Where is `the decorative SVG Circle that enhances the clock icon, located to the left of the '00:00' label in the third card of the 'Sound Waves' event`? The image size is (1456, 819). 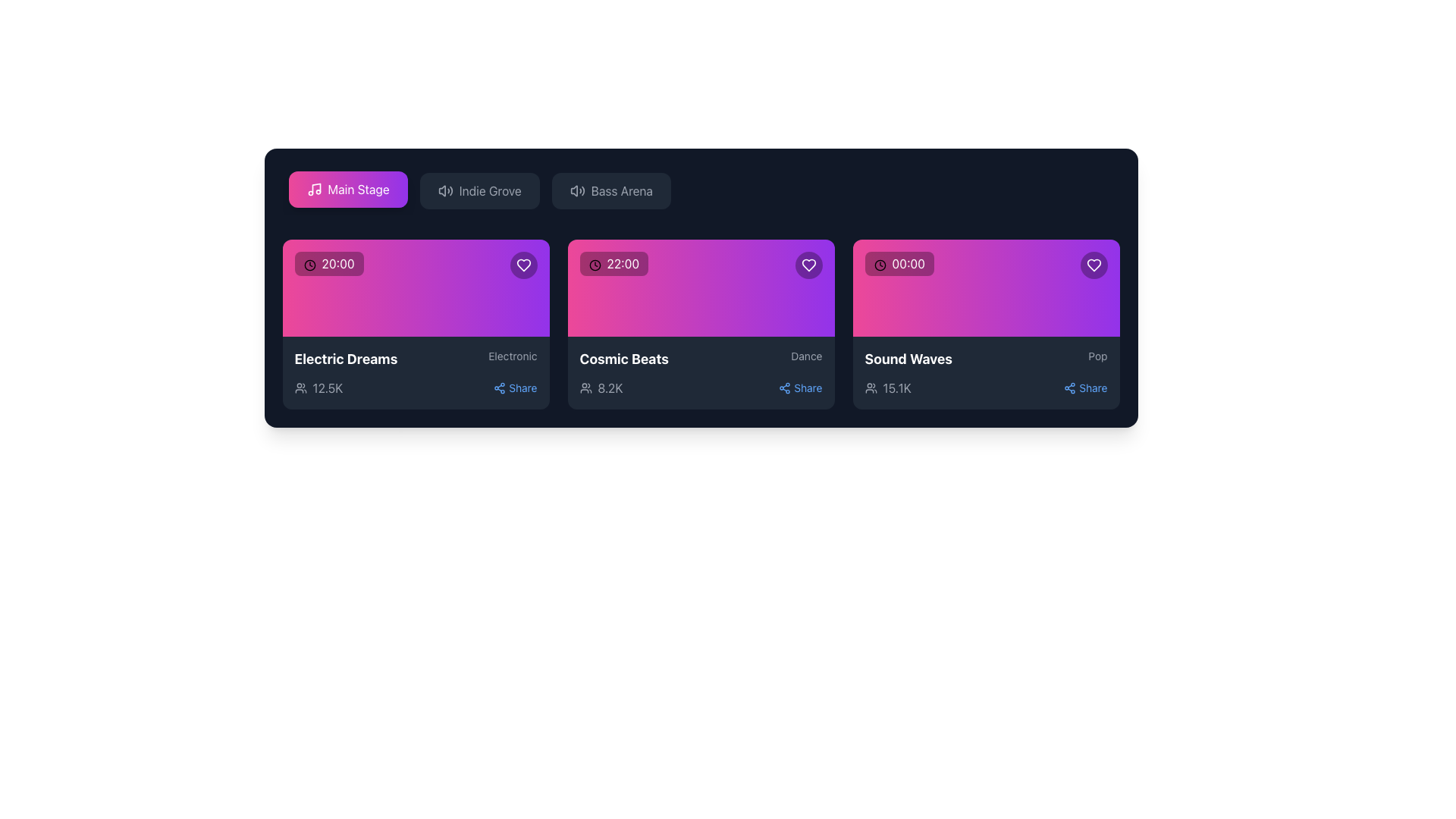 the decorative SVG Circle that enhances the clock icon, located to the left of the '00:00' label in the third card of the 'Sound Waves' event is located at coordinates (880, 264).